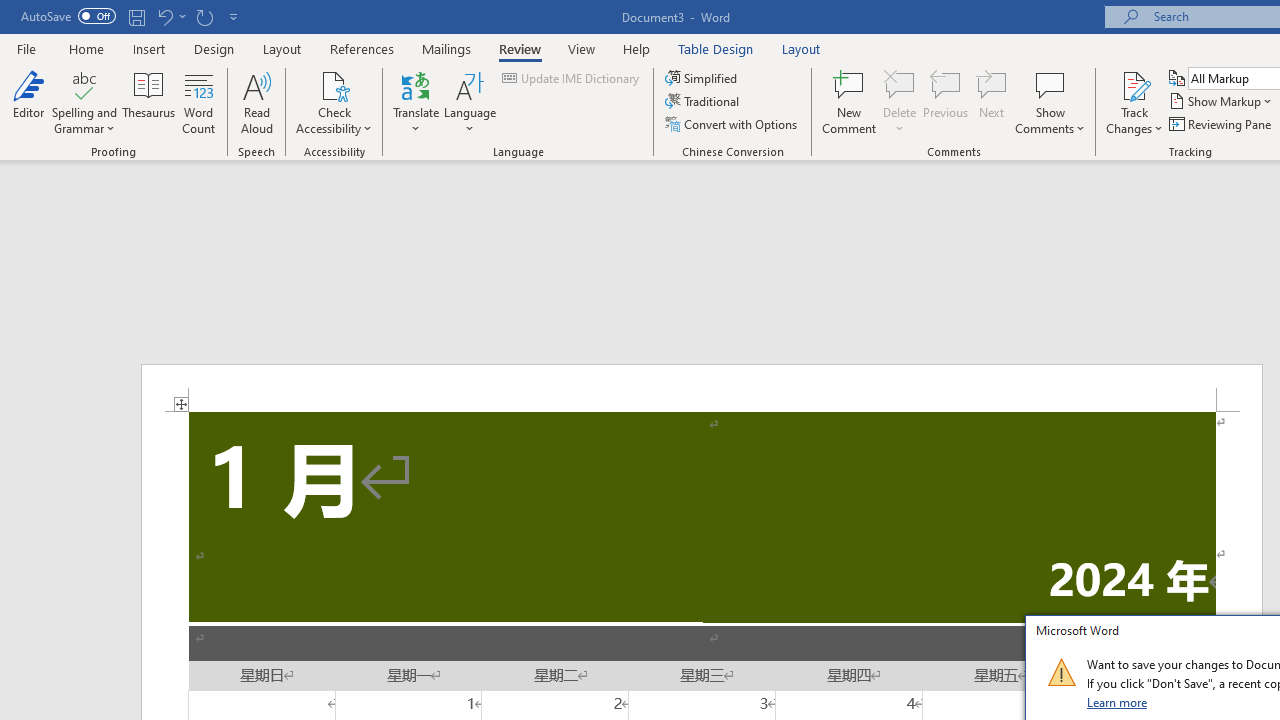 Image resolution: width=1280 pixels, height=720 pixels. What do you see at coordinates (170, 16) in the screenshot?
I see `'Undo Apply Quick Style'` at bounding box center [170, 16].